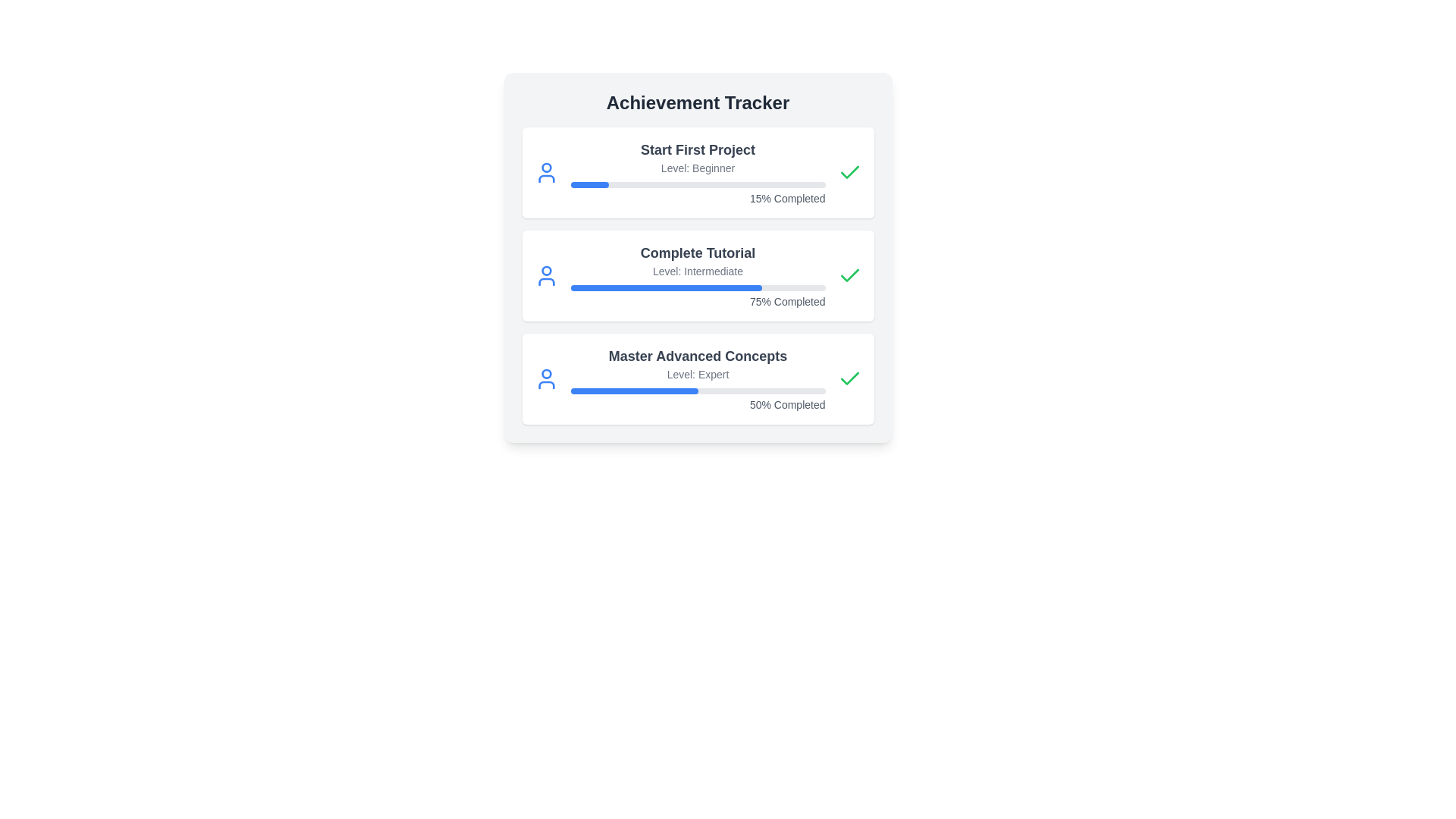 Image resolution: width=1456 pixels, height=819 pixels. I want to click on progress details from the Panel/Group Component titled 'Master Advanced Concepts' that shows 50% completion with a blue progress bar, so click(697, 378).